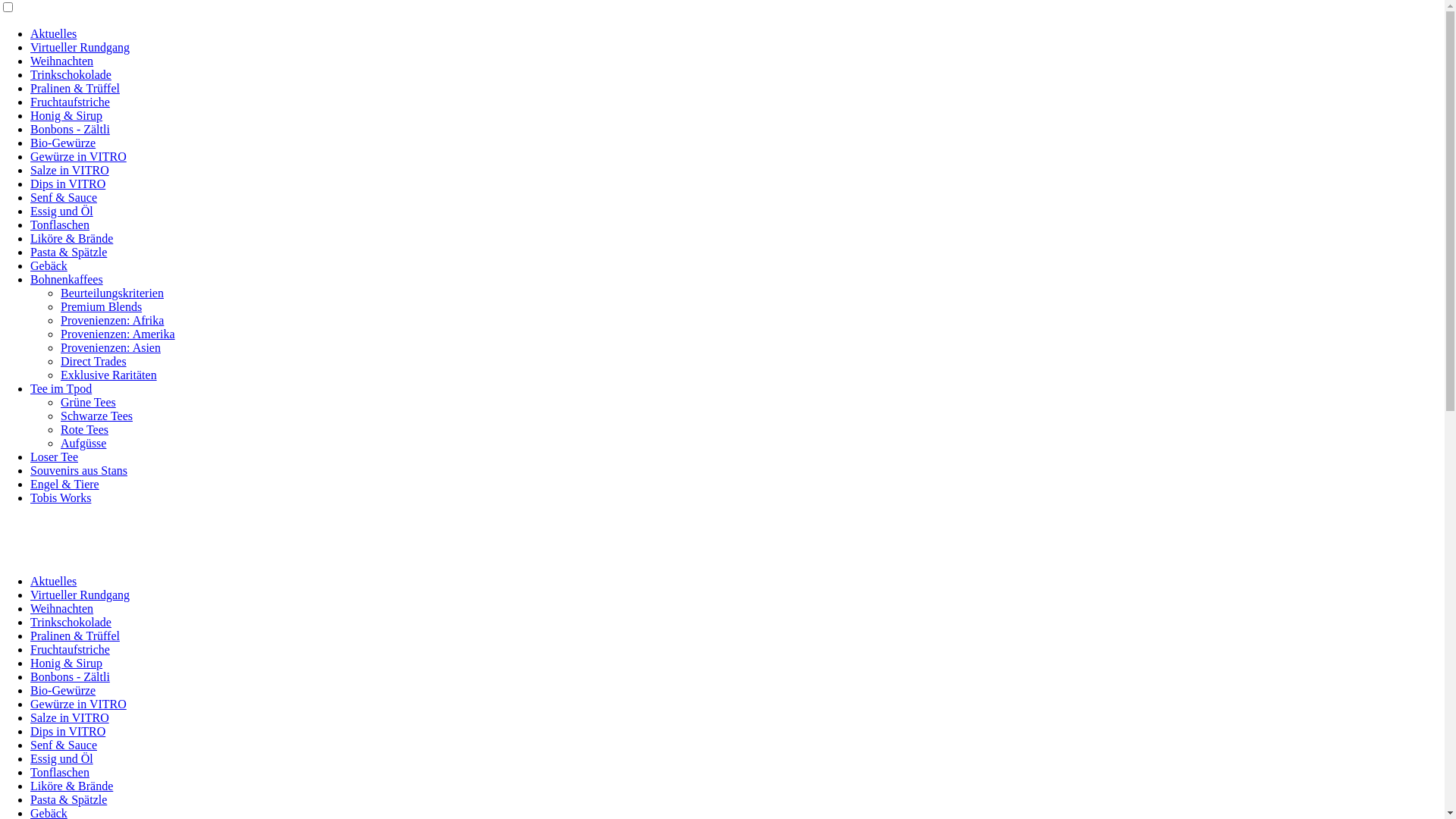 The height and width of the screenshot is (819, 1456). What do you see at coordinates (59, 772) in the screenshot?
I see `'Tonflaschen'` at bounding box center [59, 772].